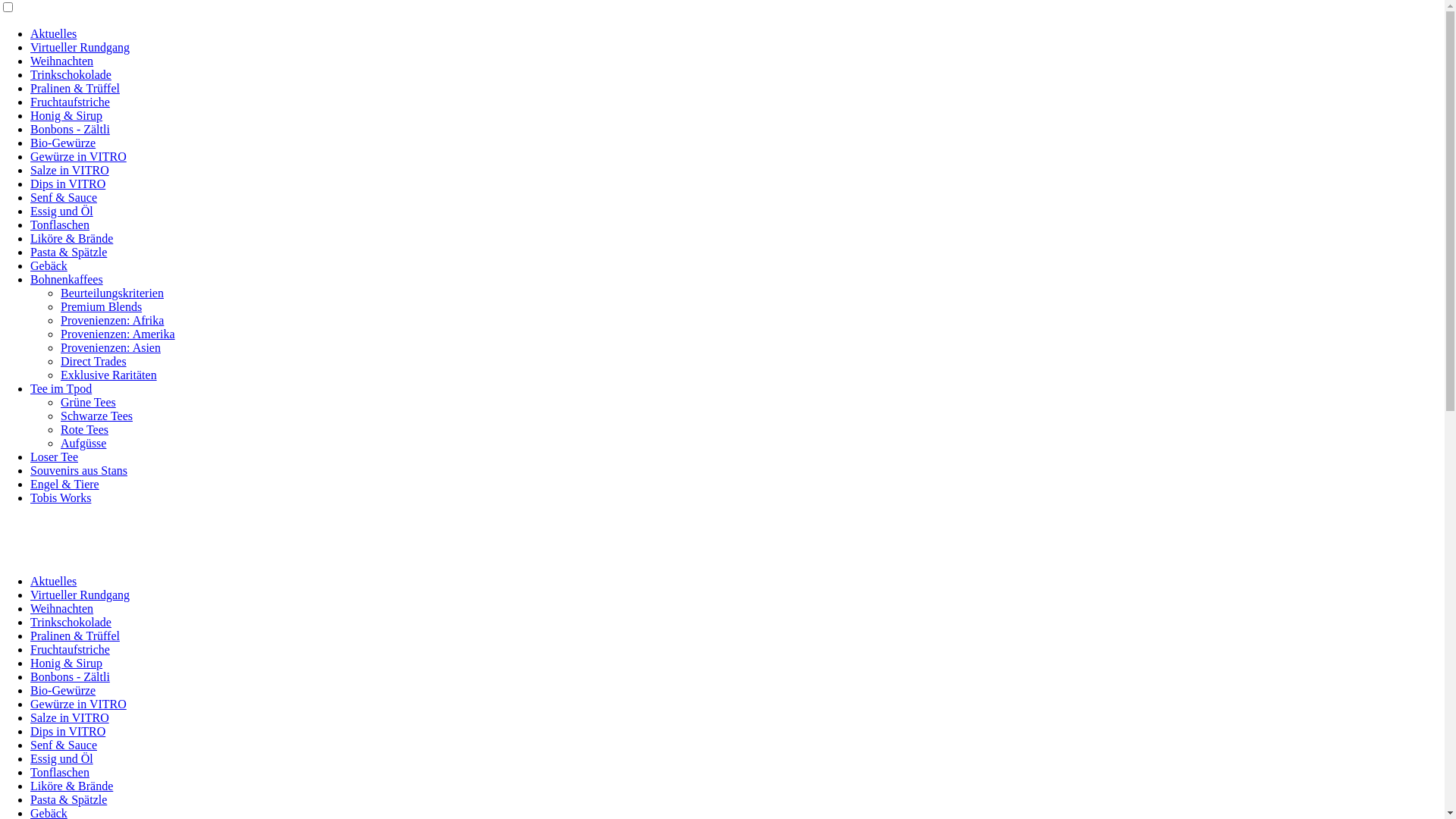 The height and width of the screenshot is (819, 1456). What do you see at coordinates (59, 772) in the screenshot?
I see `'Tonflaschen'` at bounding box center [59, 772].